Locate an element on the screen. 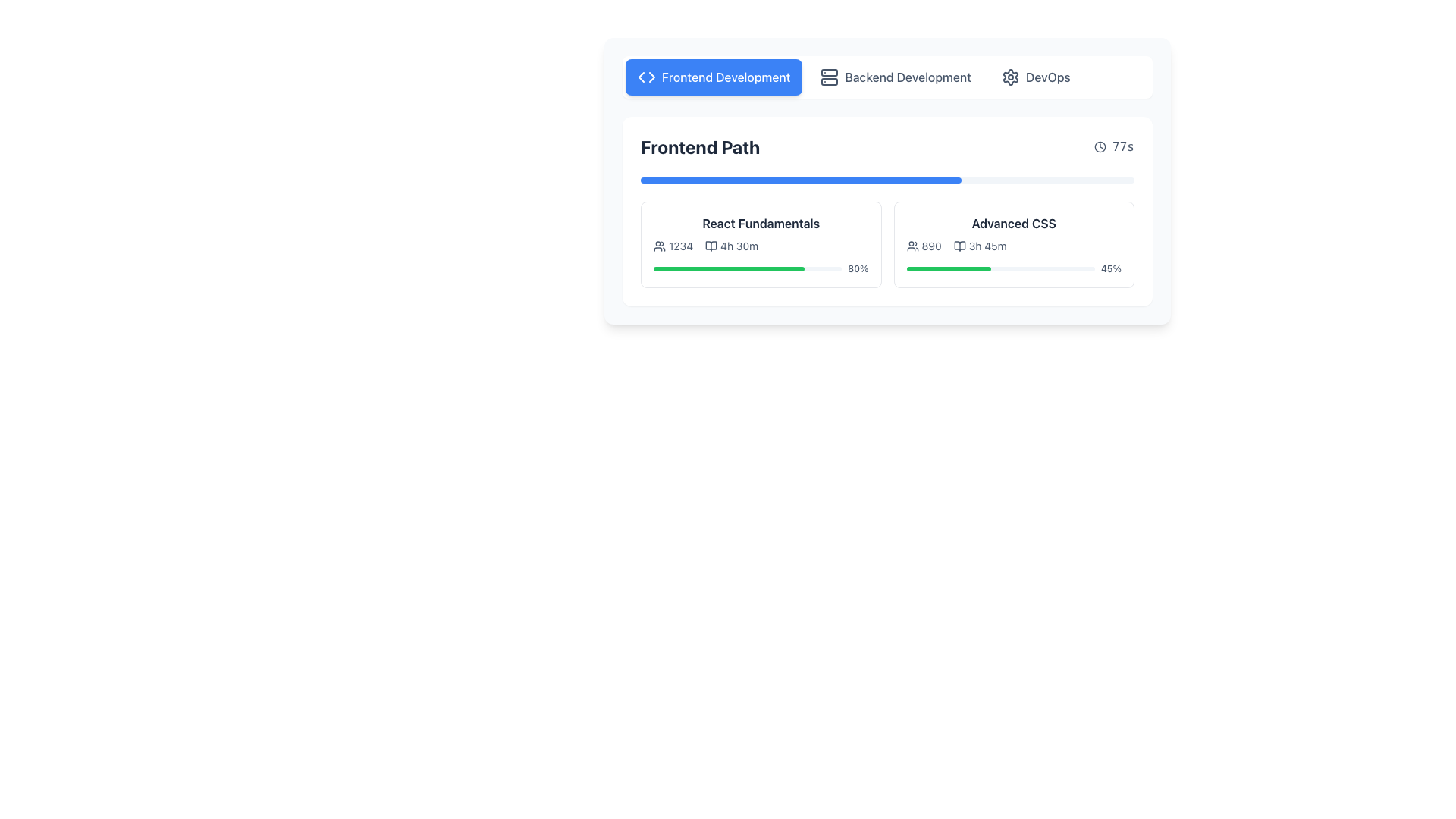 The height and width of the screenshot is (819, 1456). the text label displaying '48s' in a monospaced font, located at the top-right corner of a card interface, paired with a clock icon is located at coordinates (1123, 146).